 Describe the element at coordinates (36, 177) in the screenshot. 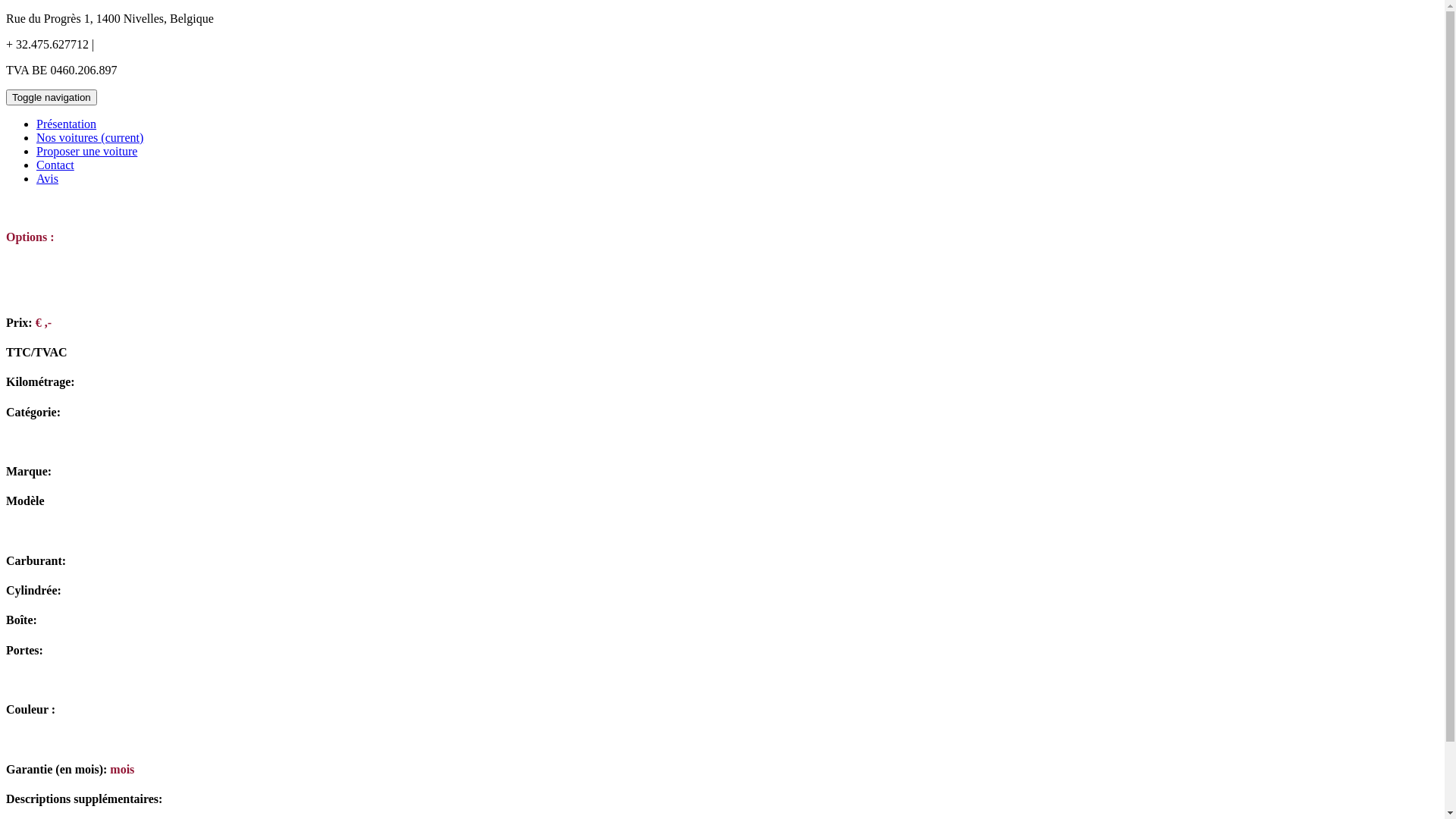

I see `'Avis'` at that location.